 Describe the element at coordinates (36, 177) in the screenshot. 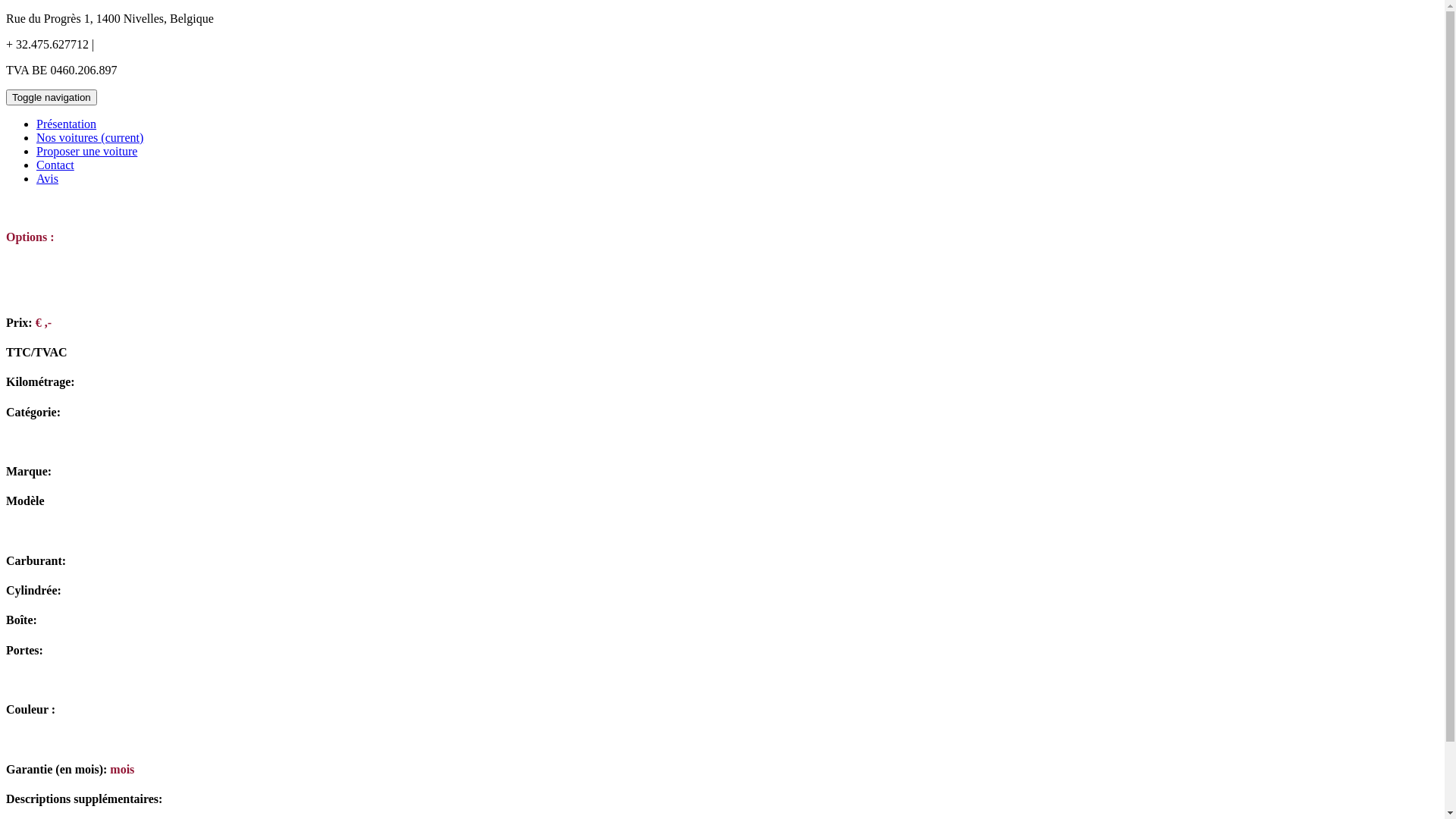

I see `'Avis'` at that location.